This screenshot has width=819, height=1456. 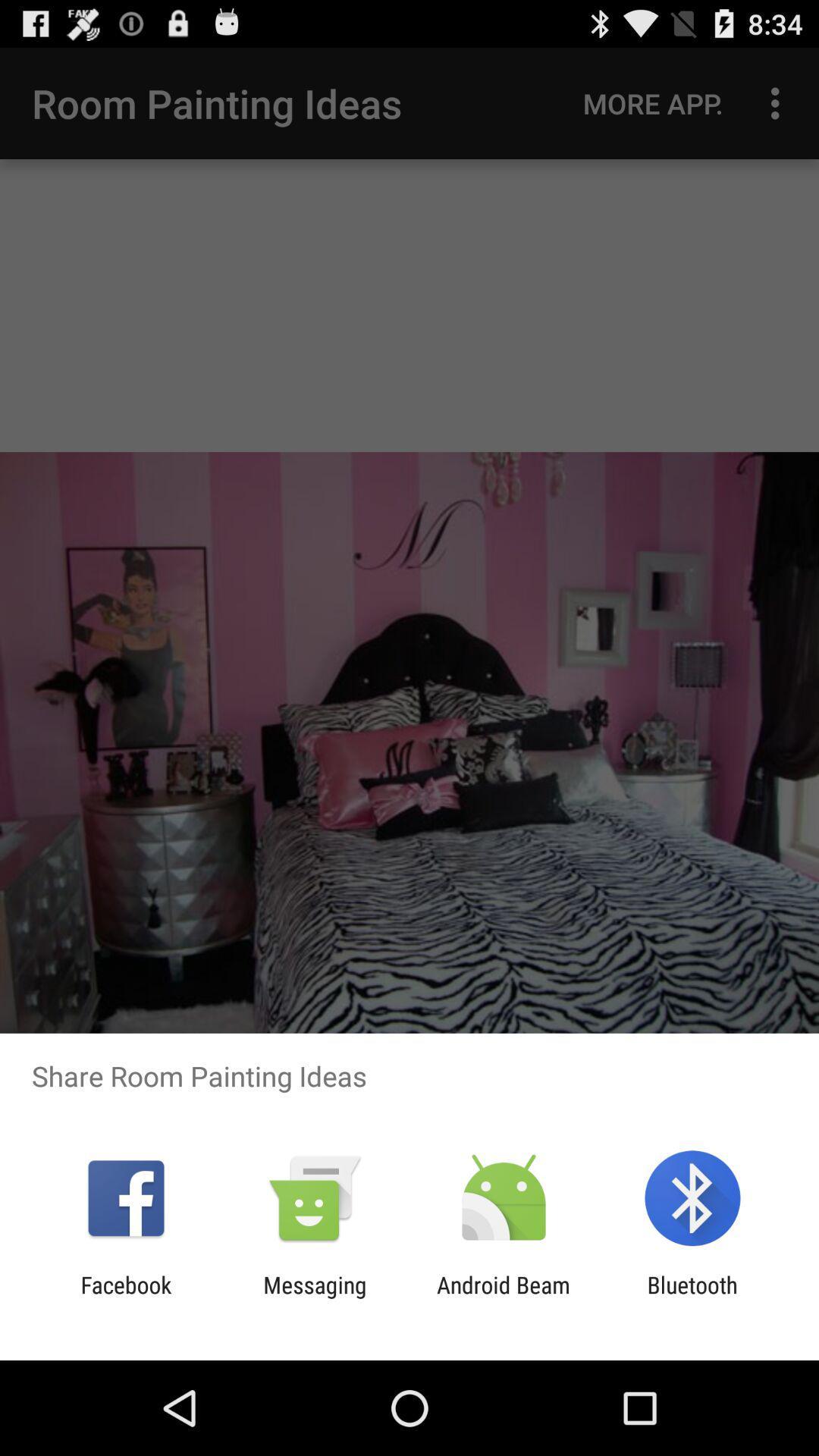 I want to click on item to the right of the messaging icon, so click(x=504, y=1298).